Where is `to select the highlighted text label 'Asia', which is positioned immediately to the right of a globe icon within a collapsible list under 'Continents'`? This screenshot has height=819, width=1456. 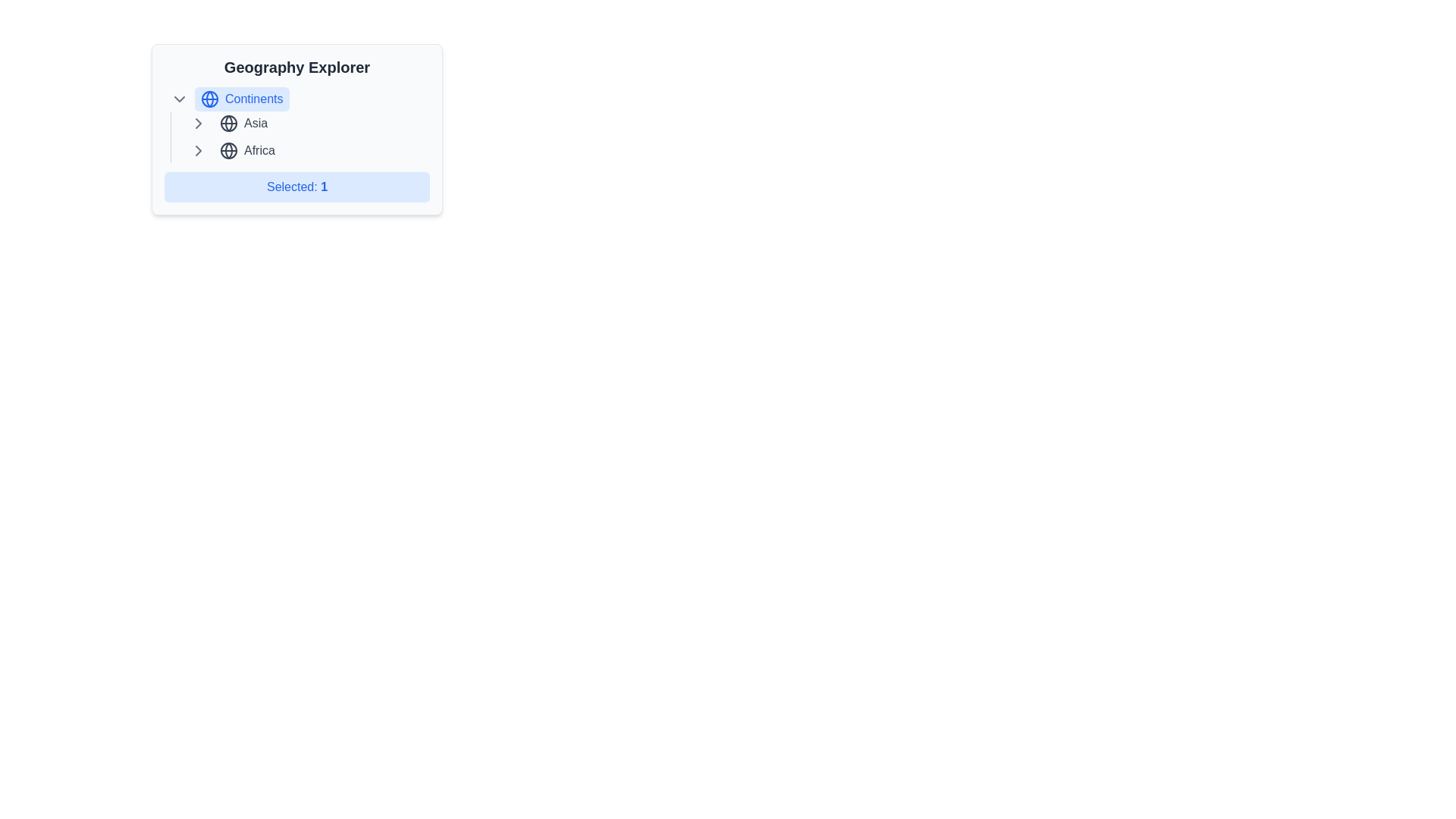 to select the highlighted text label 'Asia', which is positioned immediately to the right of a globe icon within a collapsible list under 'Continents' is located at coordinates (256, 122).